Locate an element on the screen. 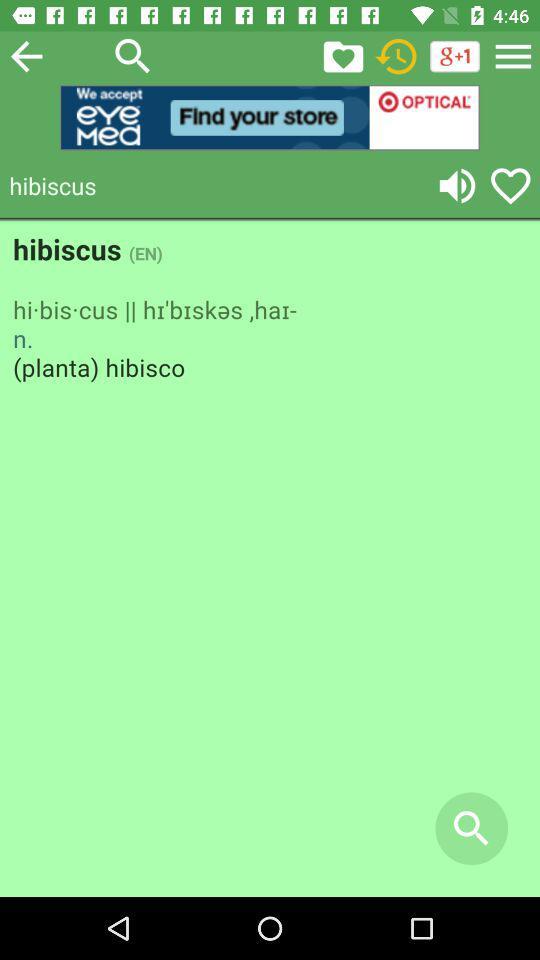 The height and width of the screenshot is (960, 540). reload option is located at coordinates (396, 55).